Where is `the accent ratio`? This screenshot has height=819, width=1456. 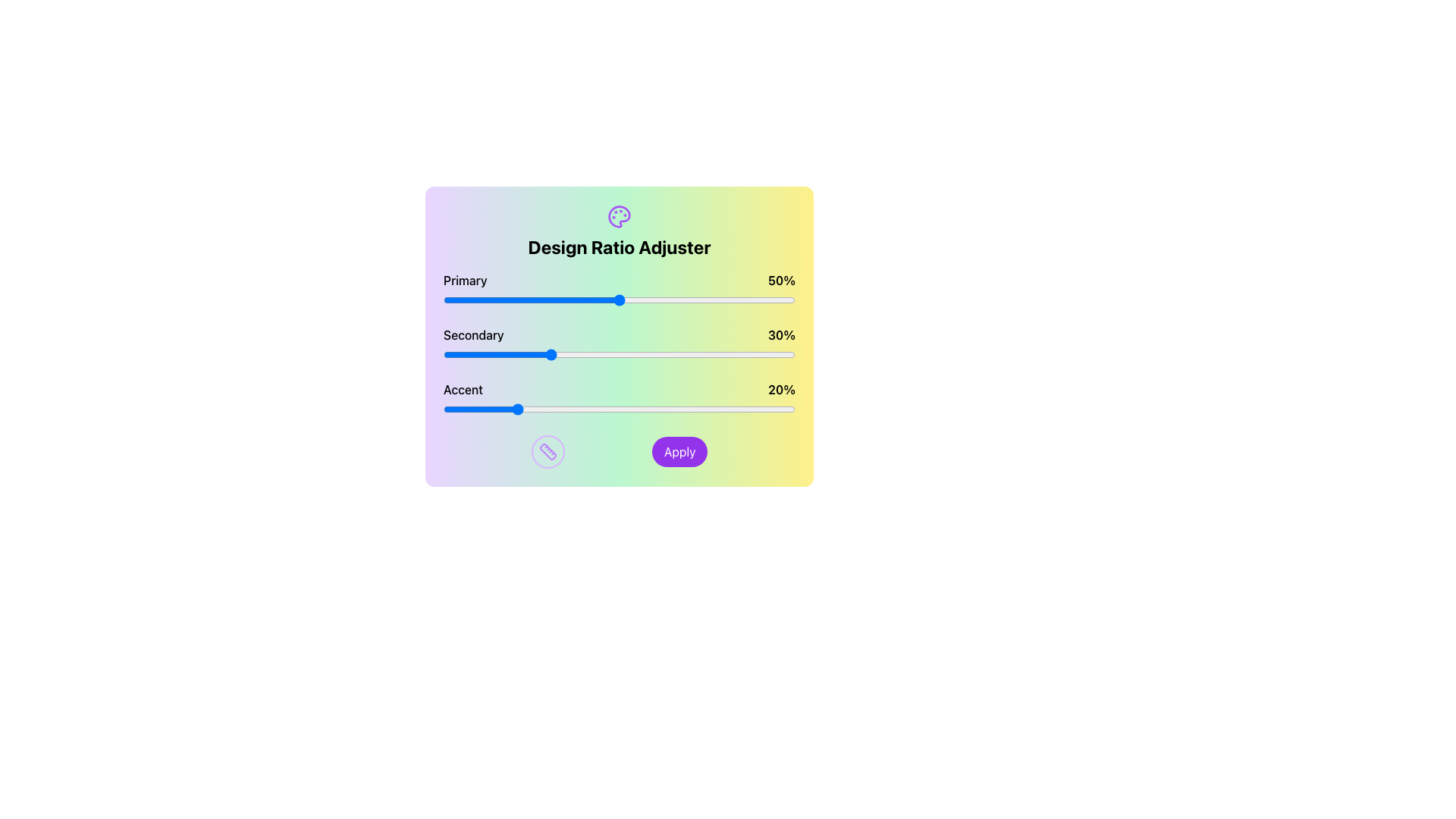 the accent ratio is located at coordinates (601, 409).